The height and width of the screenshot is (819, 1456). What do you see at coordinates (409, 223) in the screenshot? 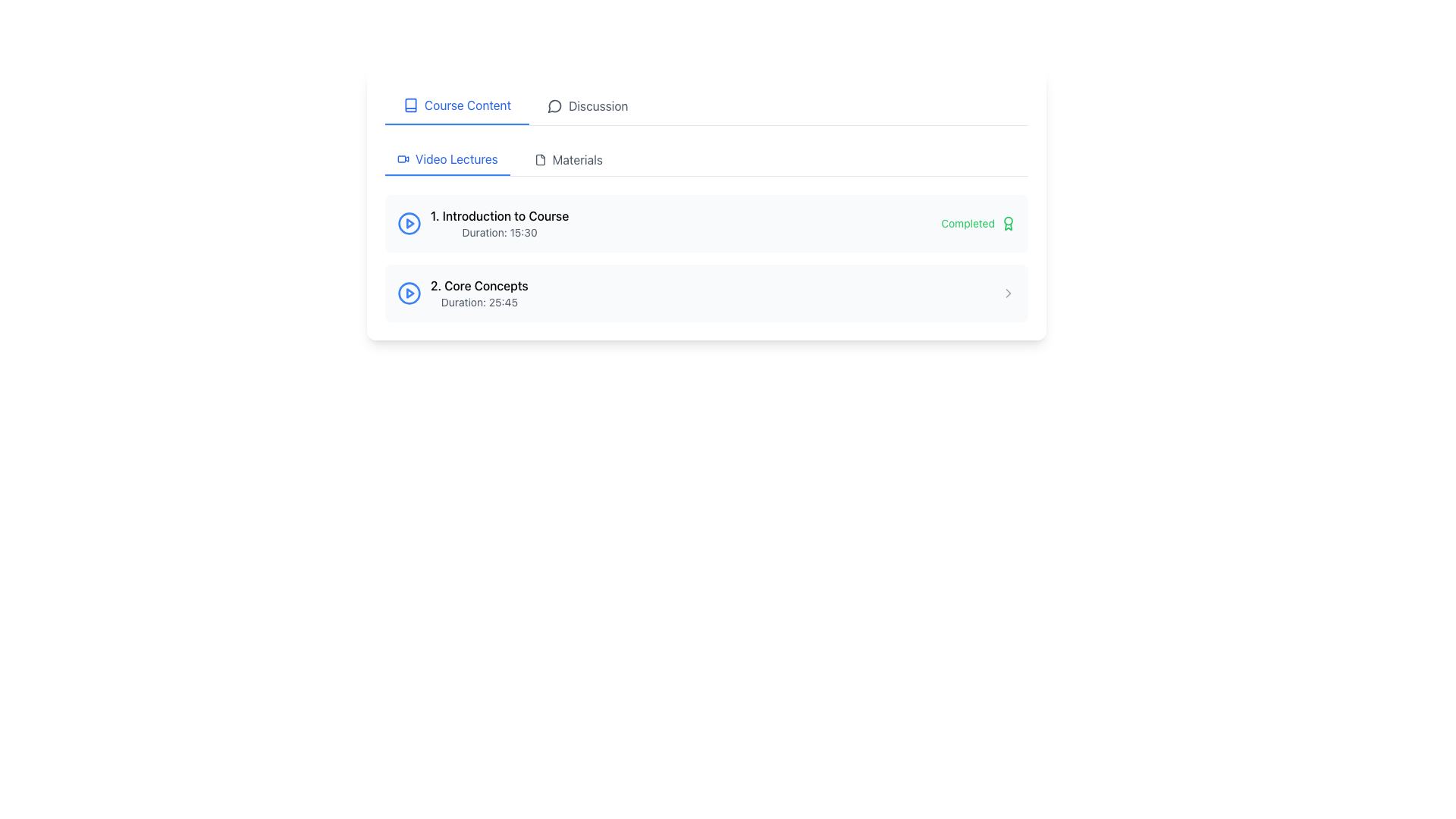
I see `properties of the circular decorative graphic component located next to the text '1. Introduction to Course' within the video lectures list` at bounding box center [409, 223].